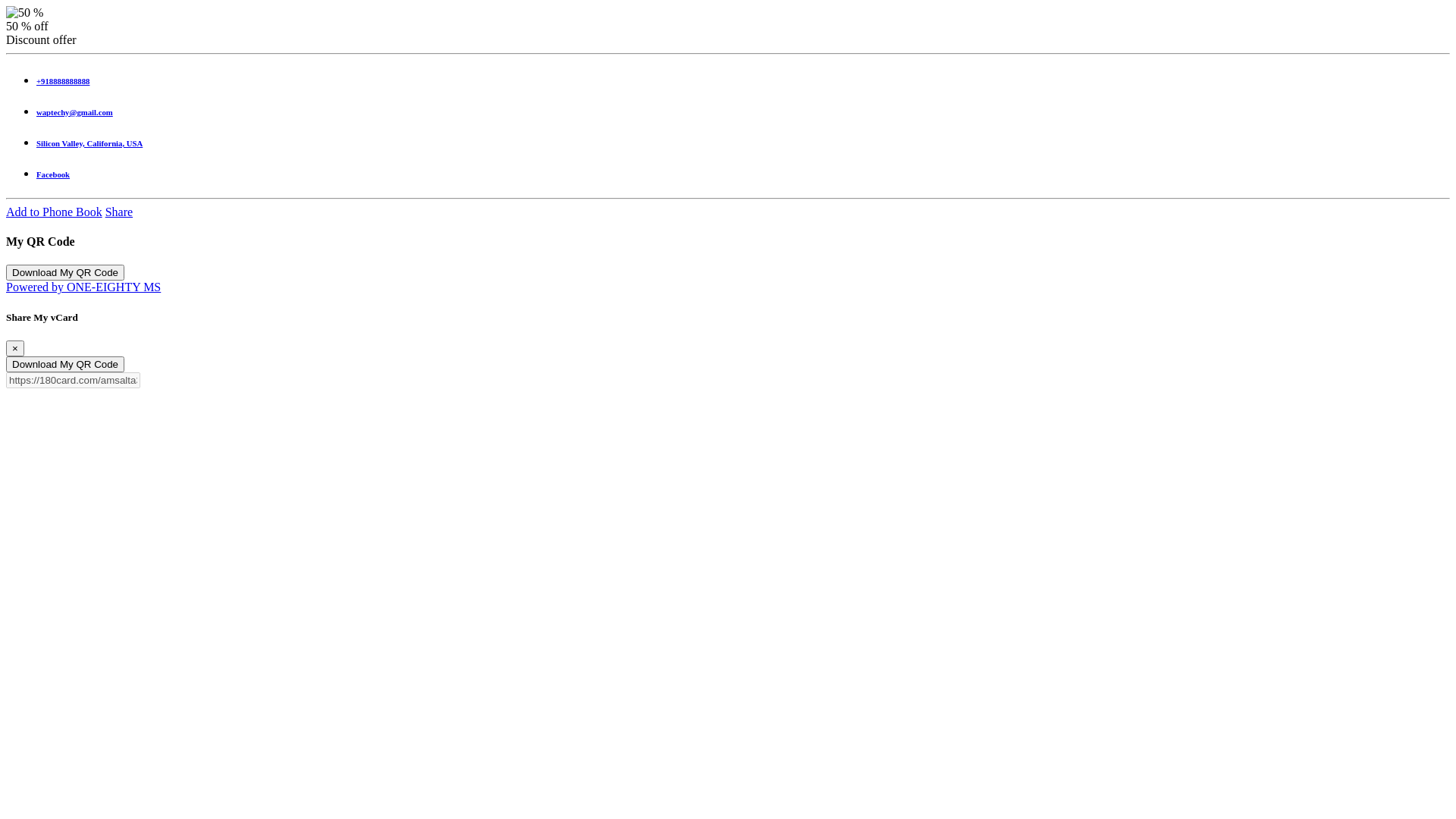 The height and width of the screenshot is (819, 1456). What do you see at coordinates (36, 143) in the screenshot?
I see `'Silicon Valley, California, USA'` at bounding box center [36, 143].